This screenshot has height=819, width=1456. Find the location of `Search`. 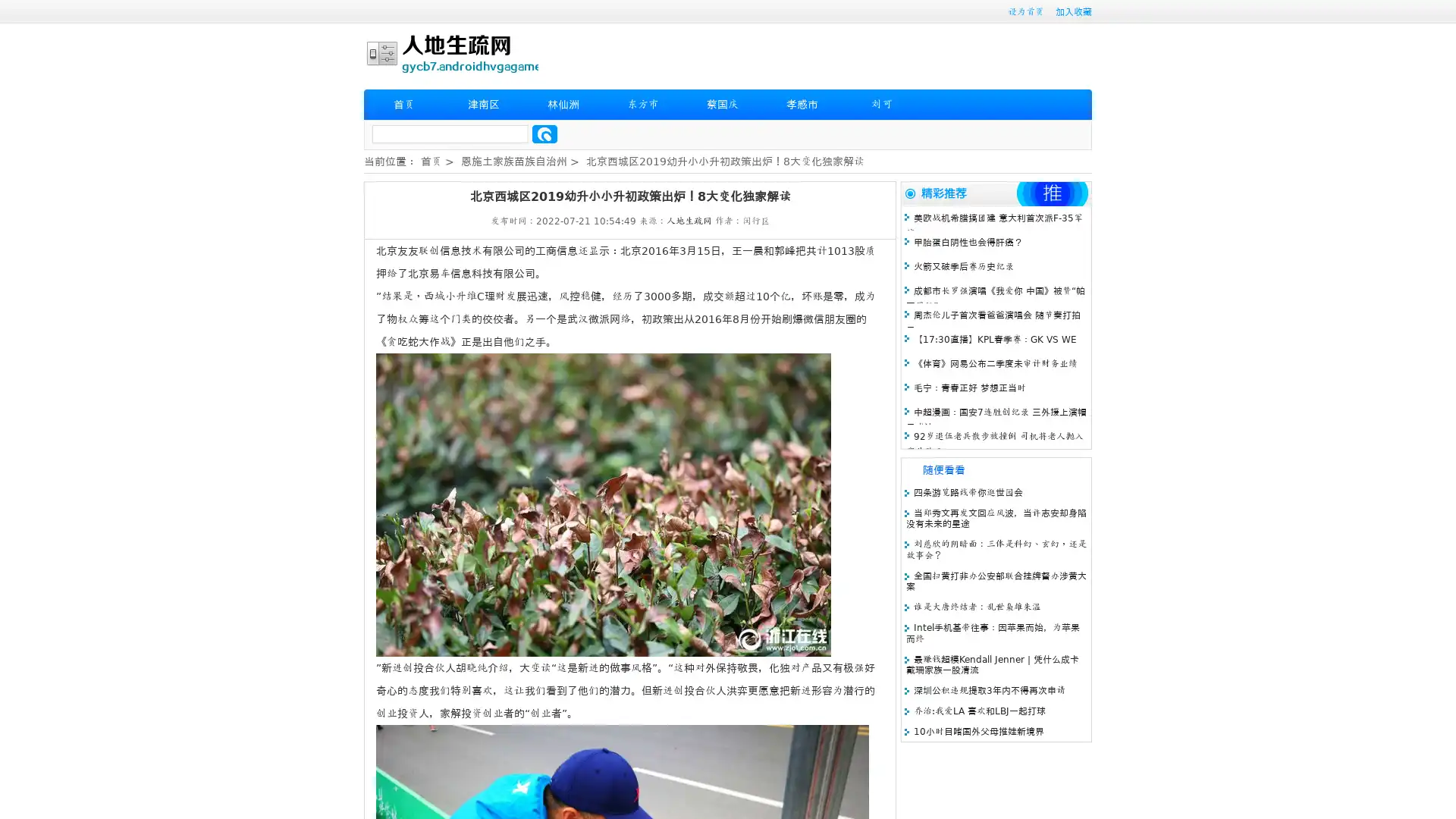

Search is located at coordinates (544, 133).